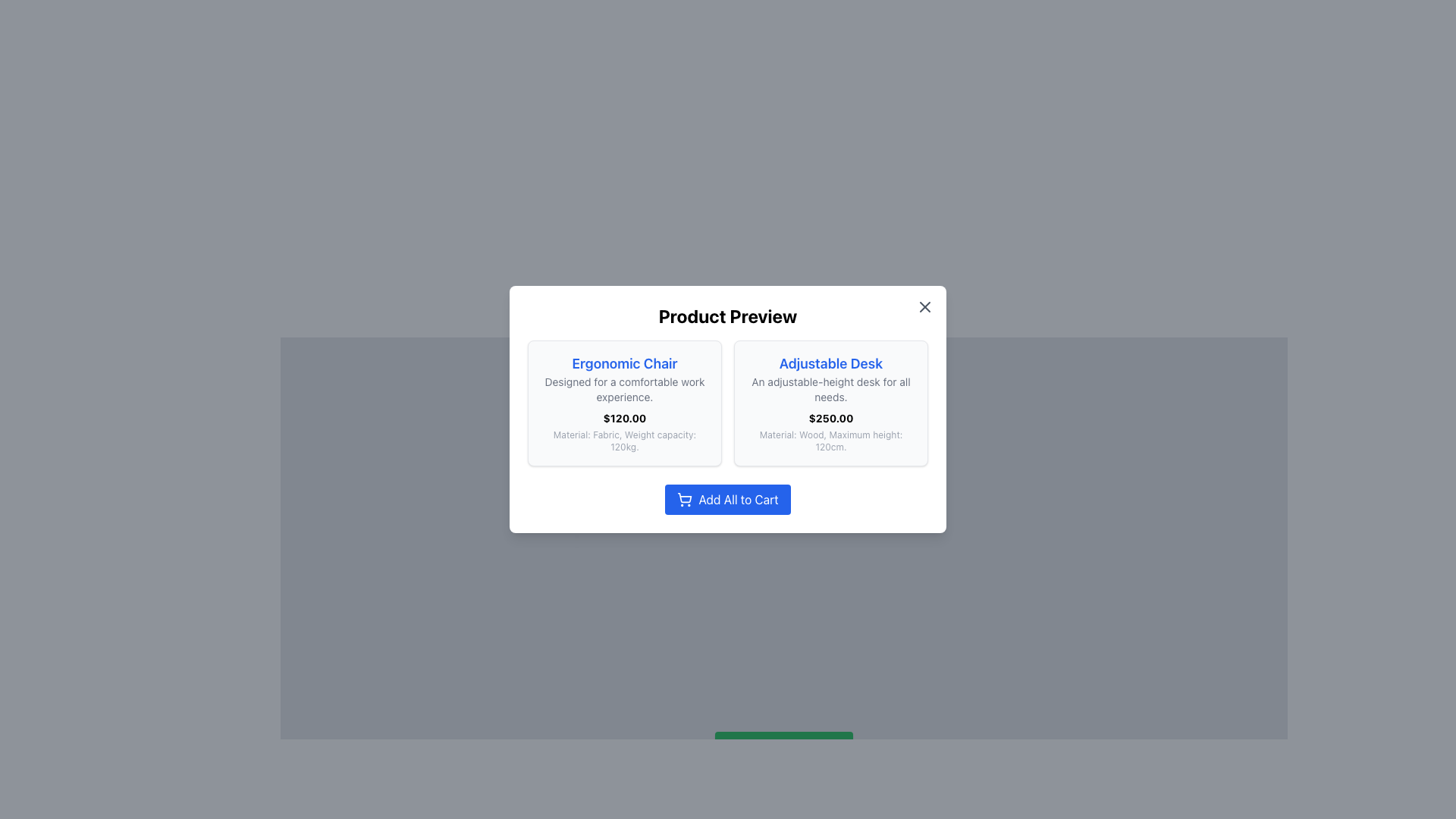 The width and height of the screenshot is (1456, 819). Describe the element at coordinates (830, 441) in the screenshot. I see `the light gray text display at the bottom of the 'Adjustable Desk' information card that provides details about the product material and maximum height` at that location.